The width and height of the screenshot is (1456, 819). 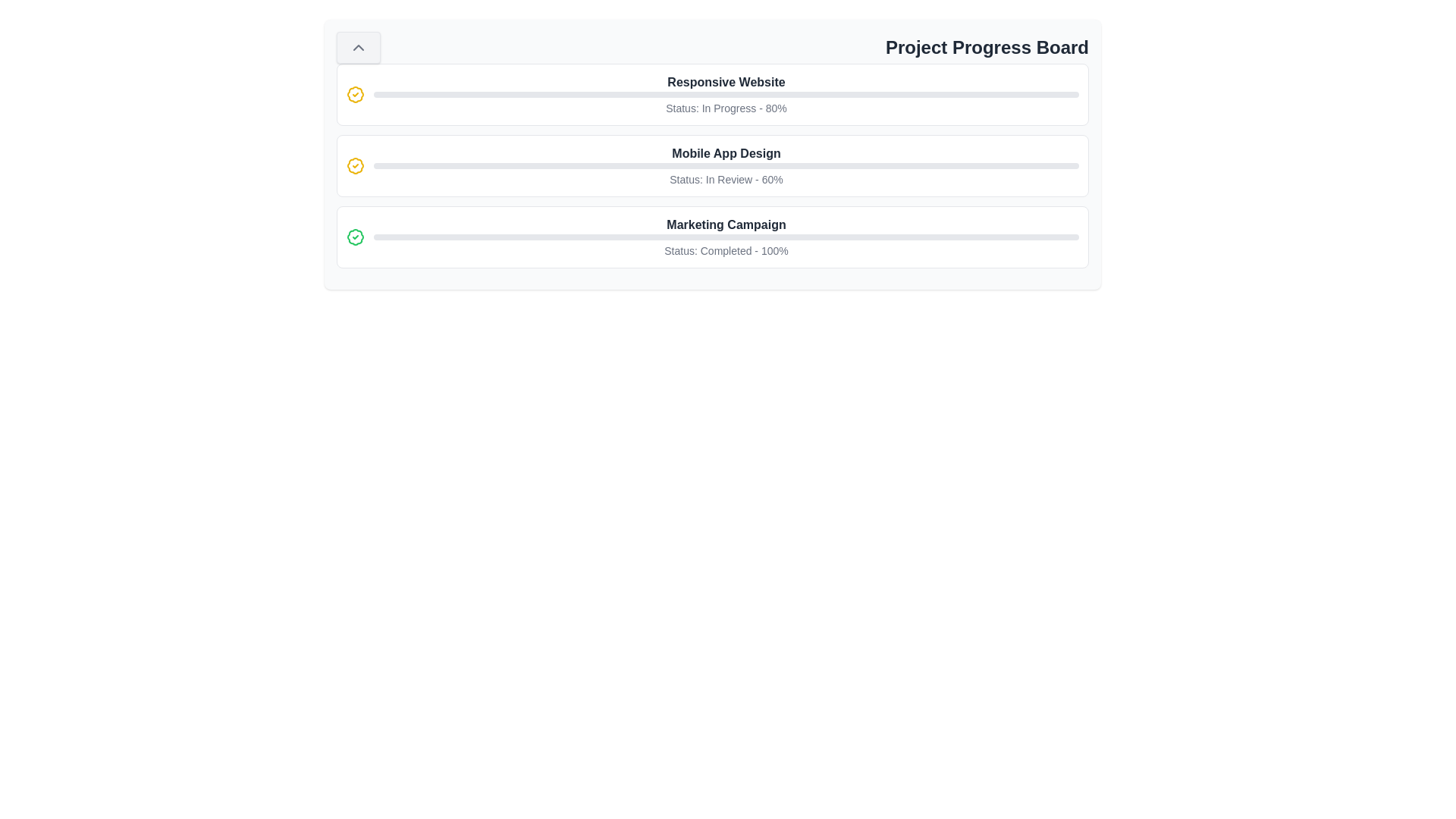 What do you see at coordinates (355, 94) in the screenshot?
I see `the badge icon with a check mark inside, which is the first icon on the left side of the first row labeled 'Responsive Website'` at bounding box center [355, 94].